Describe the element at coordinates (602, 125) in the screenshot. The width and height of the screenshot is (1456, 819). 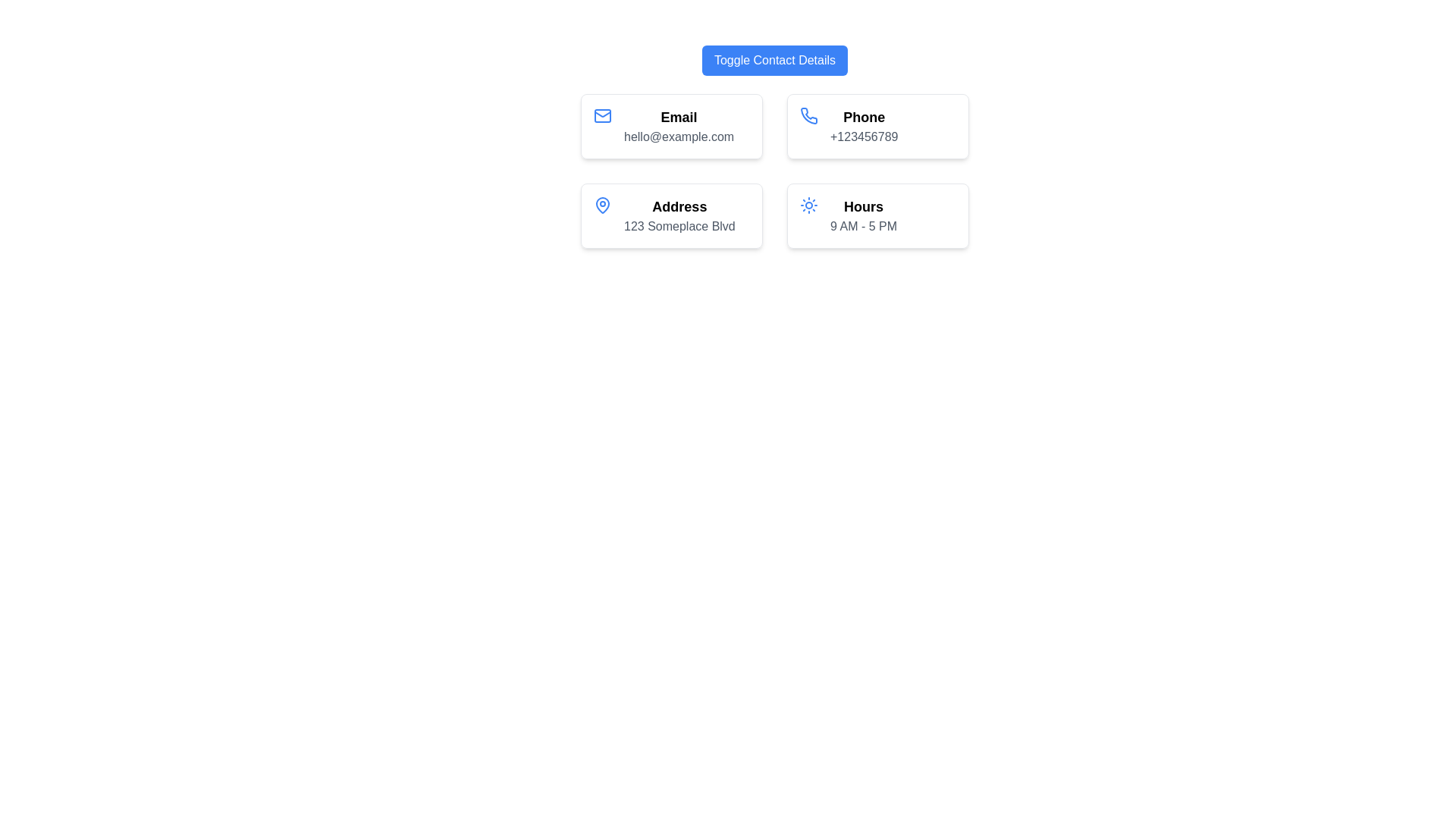
I see `the email icon that visually represents the email contact detail, which is positioned centrally above the text 'hello@example.com'` at that location.